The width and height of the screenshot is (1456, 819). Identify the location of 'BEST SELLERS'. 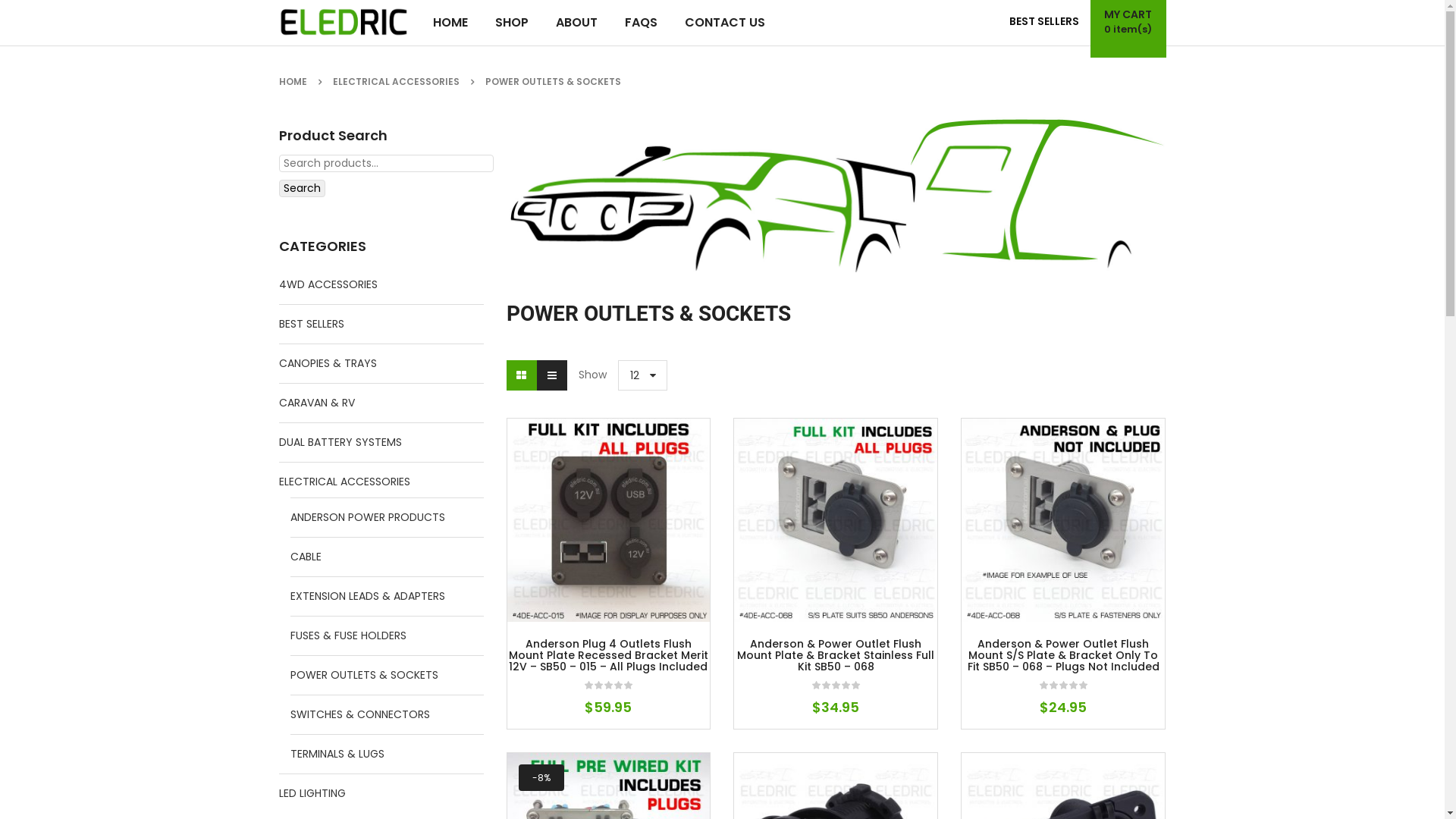
(1043, 21).